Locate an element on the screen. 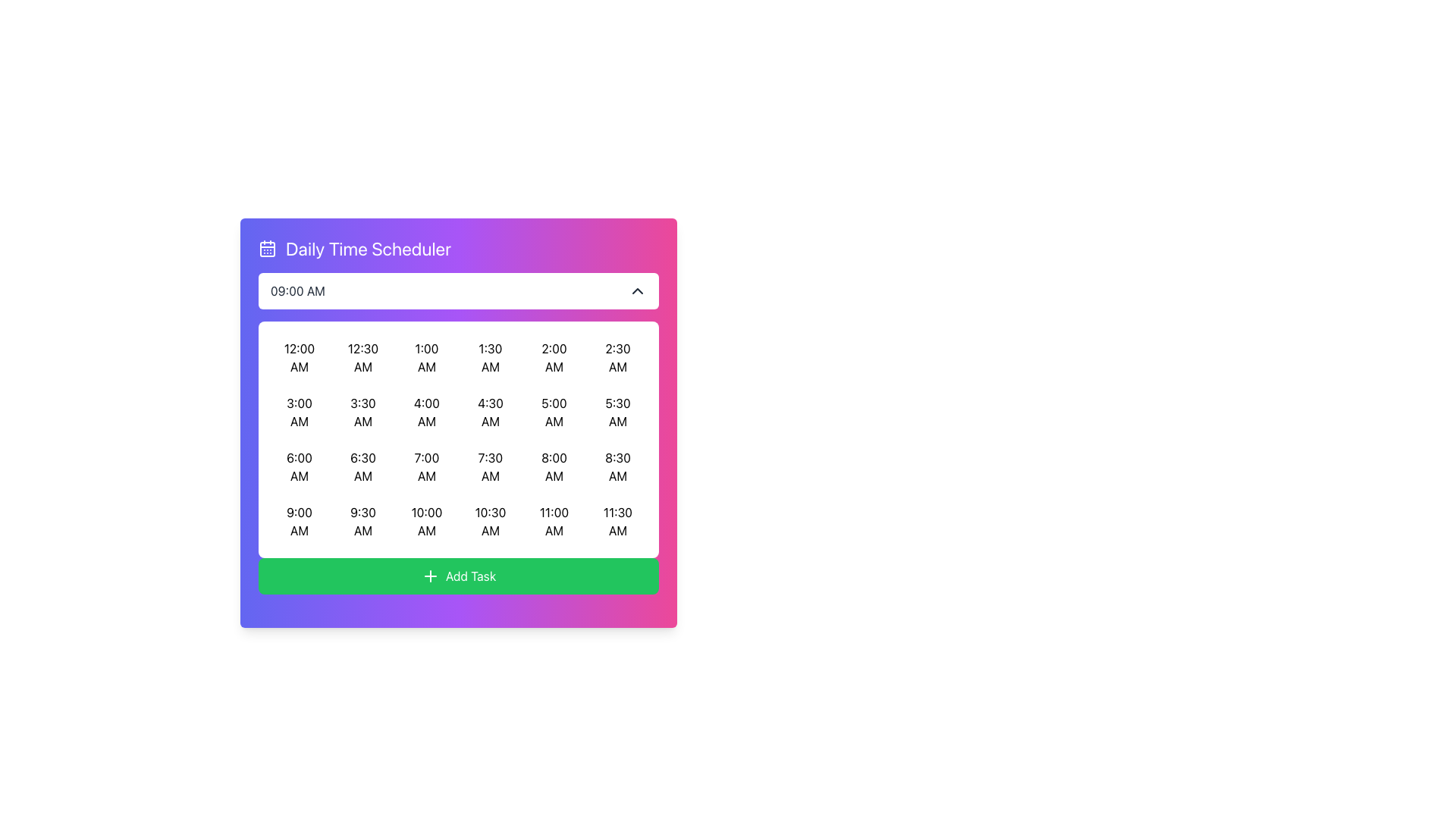 The width and height of the screenshot is (1456, 819). text displayed in the black font on the white background that shows the time '09:00 AM' in the upper section of the time scheduler interface is located at coordinates (298, 291).